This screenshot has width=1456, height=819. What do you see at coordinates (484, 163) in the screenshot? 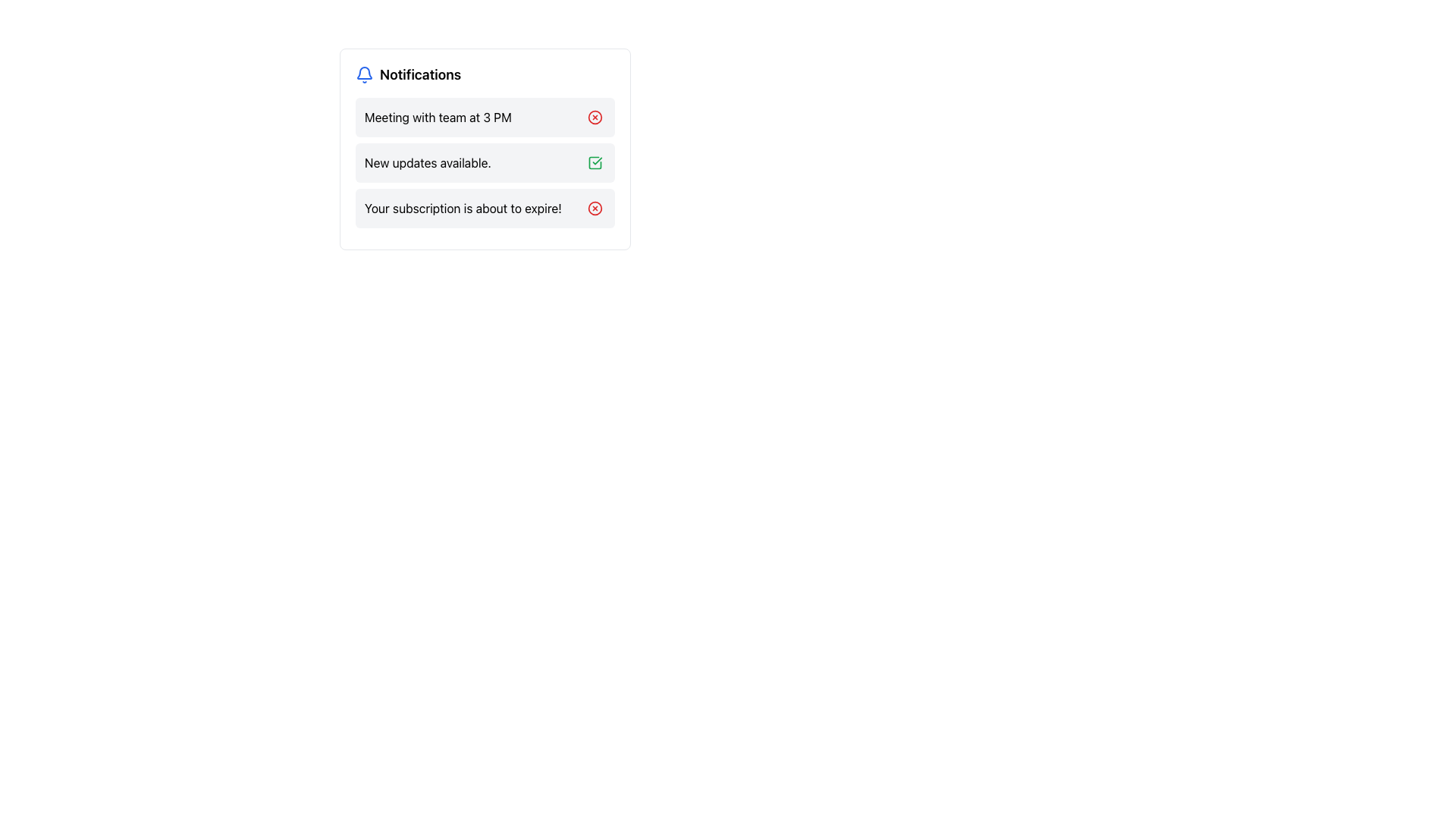
I see `the notification card displaying 'New updates available.' which is the second notification in the list` at bounding box center [484, 163].